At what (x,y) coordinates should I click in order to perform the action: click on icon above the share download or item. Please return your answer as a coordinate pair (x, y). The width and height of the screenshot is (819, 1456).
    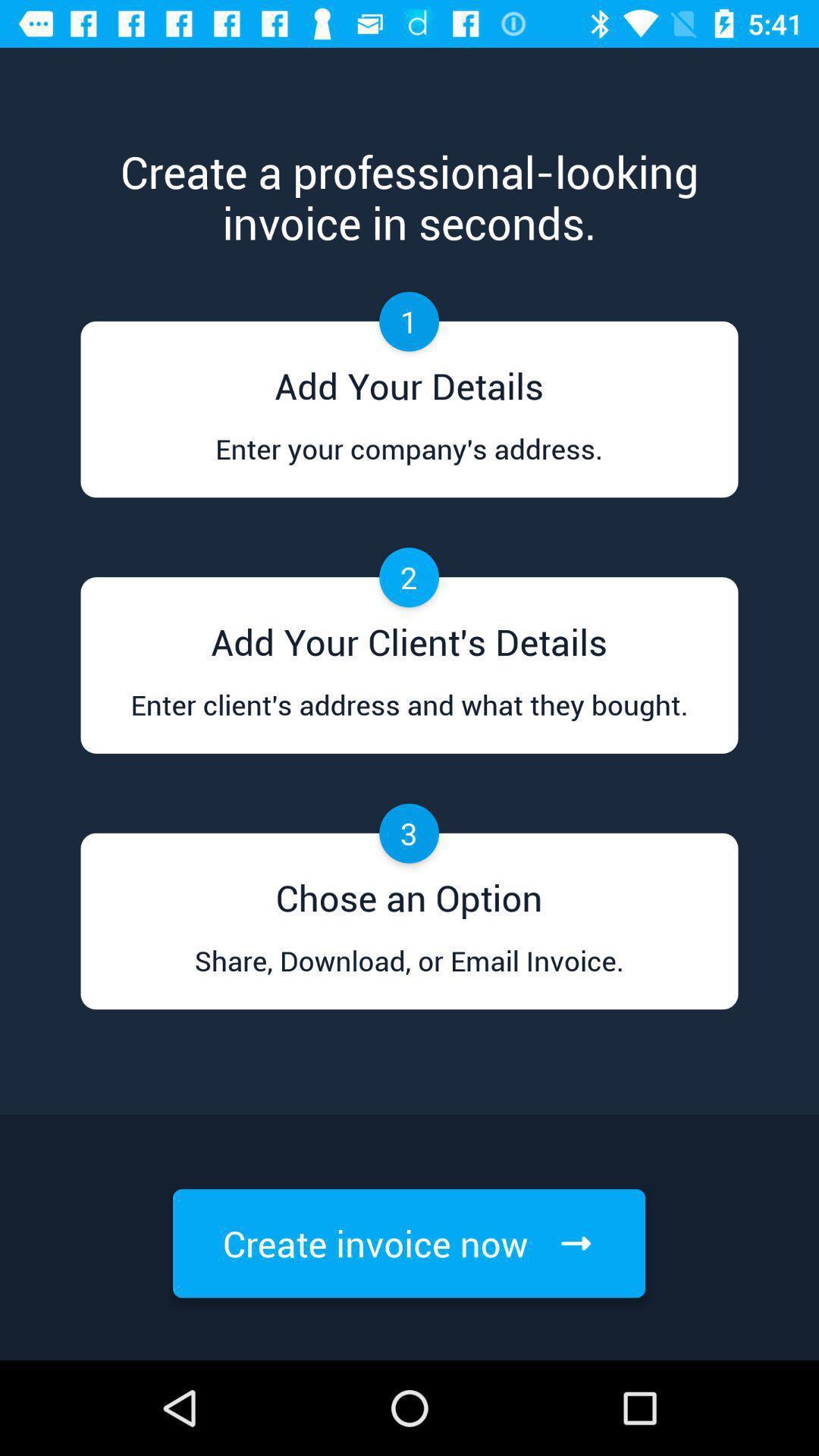
    Looking at the image, I should click on (408, 893).